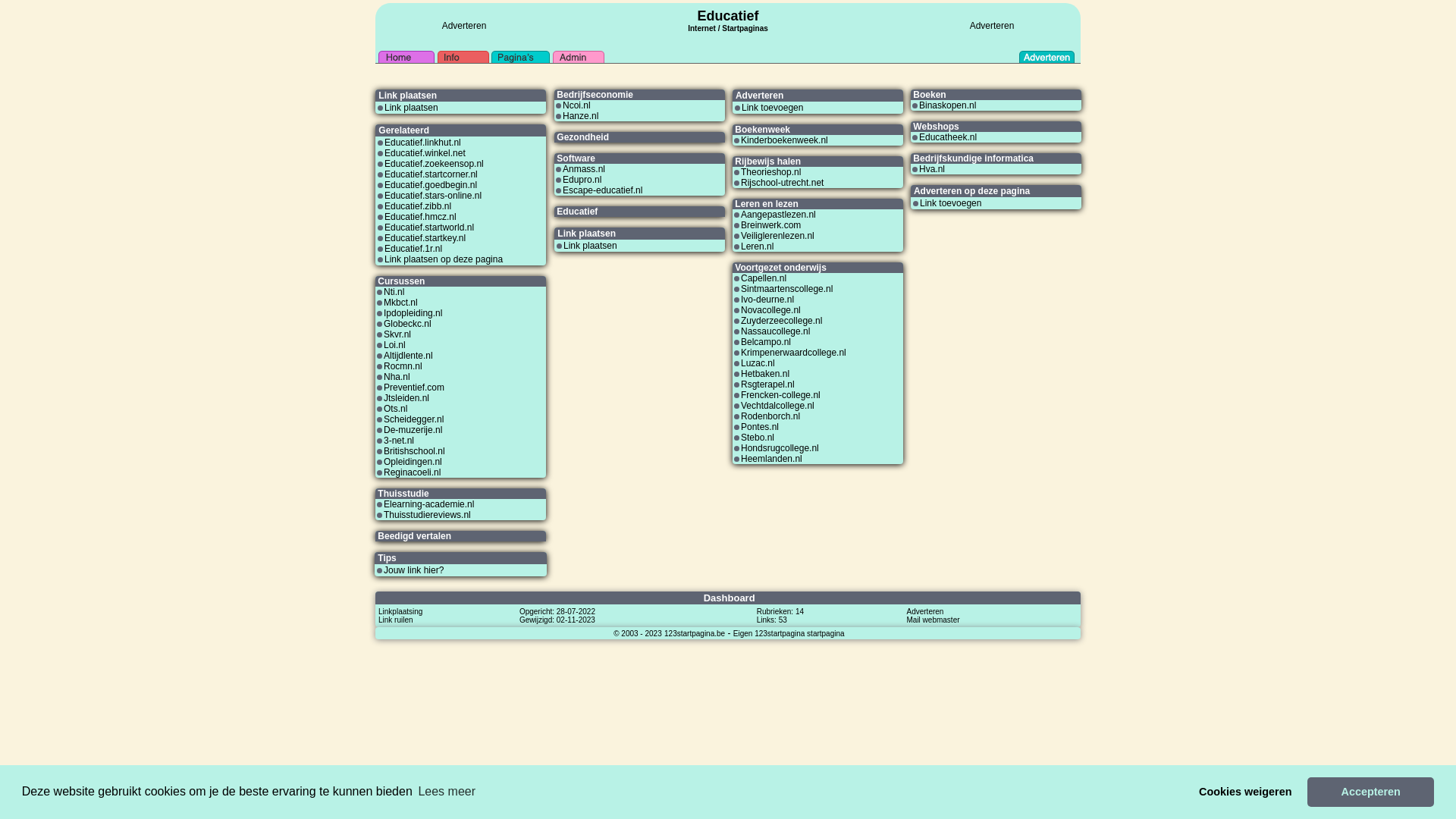  What do you see at coordinates (946, 137) in the screenshot?
I see `'Educatheek.nl'` at bounding box center [946, 137].